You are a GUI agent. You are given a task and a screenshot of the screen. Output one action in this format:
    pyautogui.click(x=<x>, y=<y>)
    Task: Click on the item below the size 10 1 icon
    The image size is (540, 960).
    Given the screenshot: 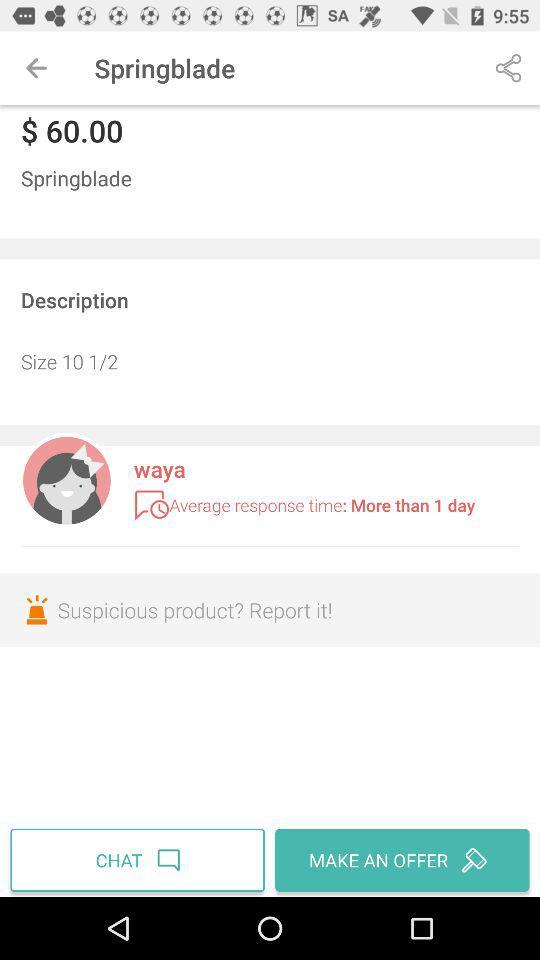 What is the action you would take?
    pyautogui.click(x=66, y=478)
    